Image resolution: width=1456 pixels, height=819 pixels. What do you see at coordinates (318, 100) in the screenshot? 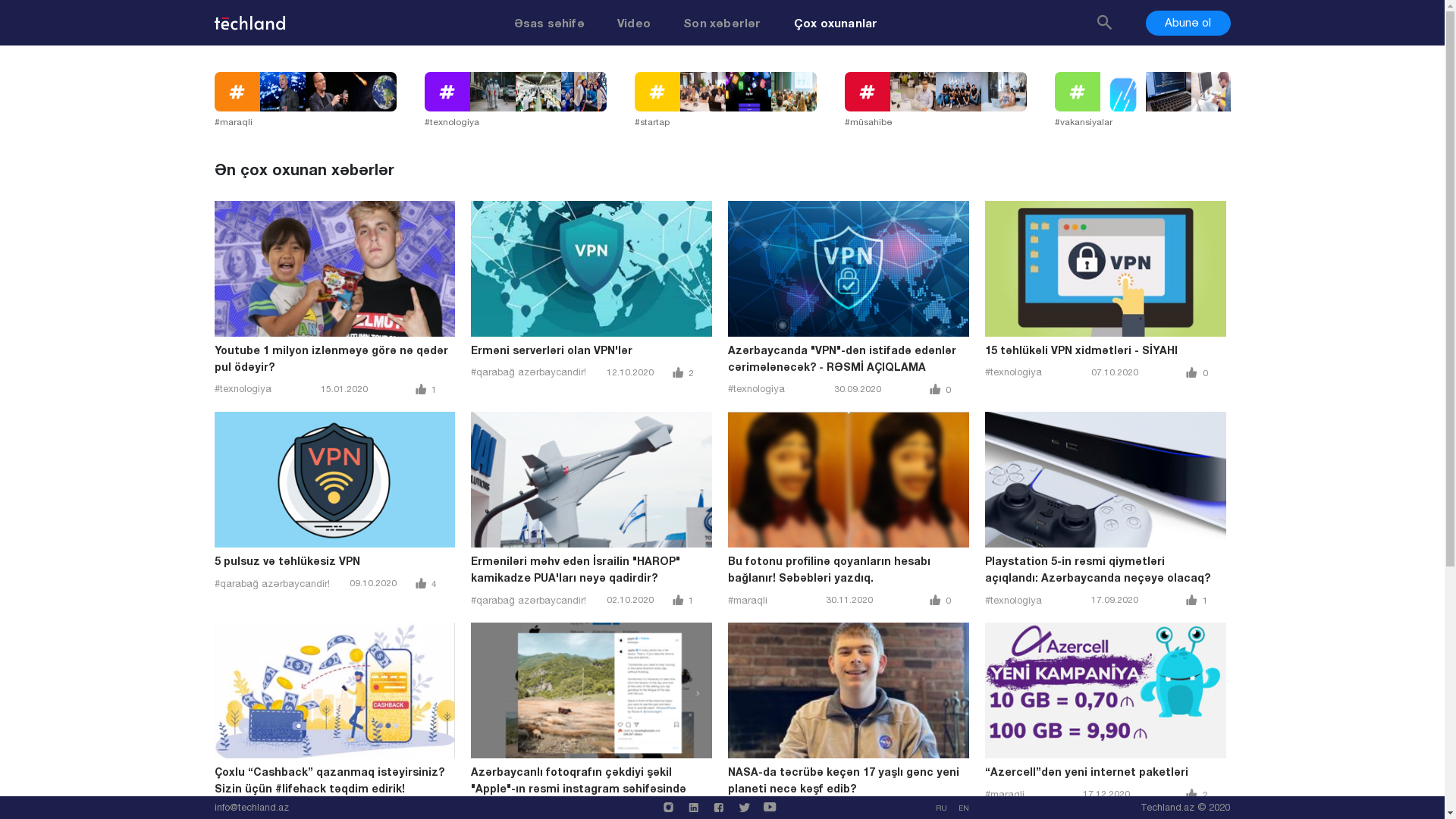
I see `'#maraqli'` at bounding box center [318, 100].